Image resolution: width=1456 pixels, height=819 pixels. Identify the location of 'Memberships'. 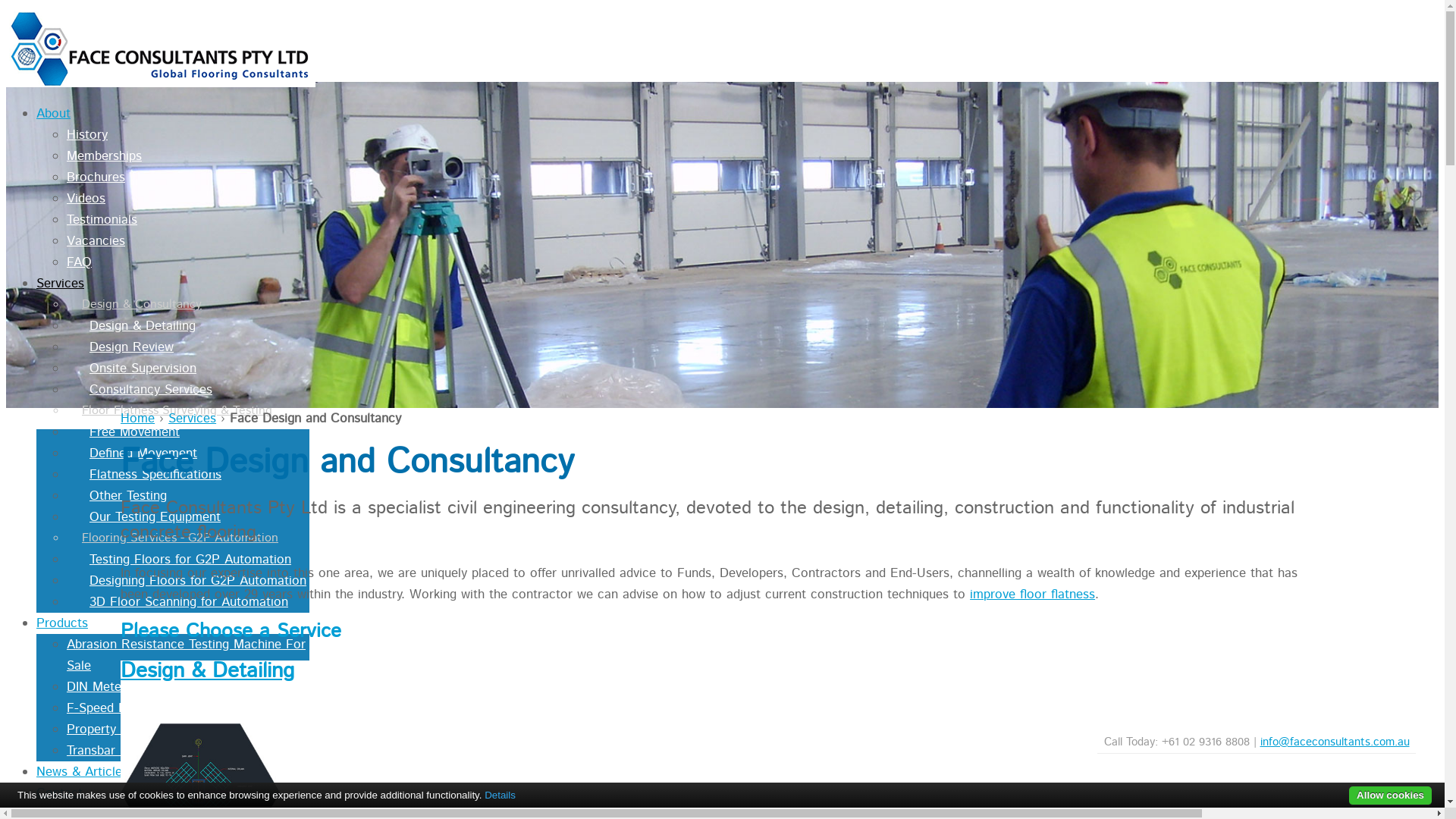
(103, 155).